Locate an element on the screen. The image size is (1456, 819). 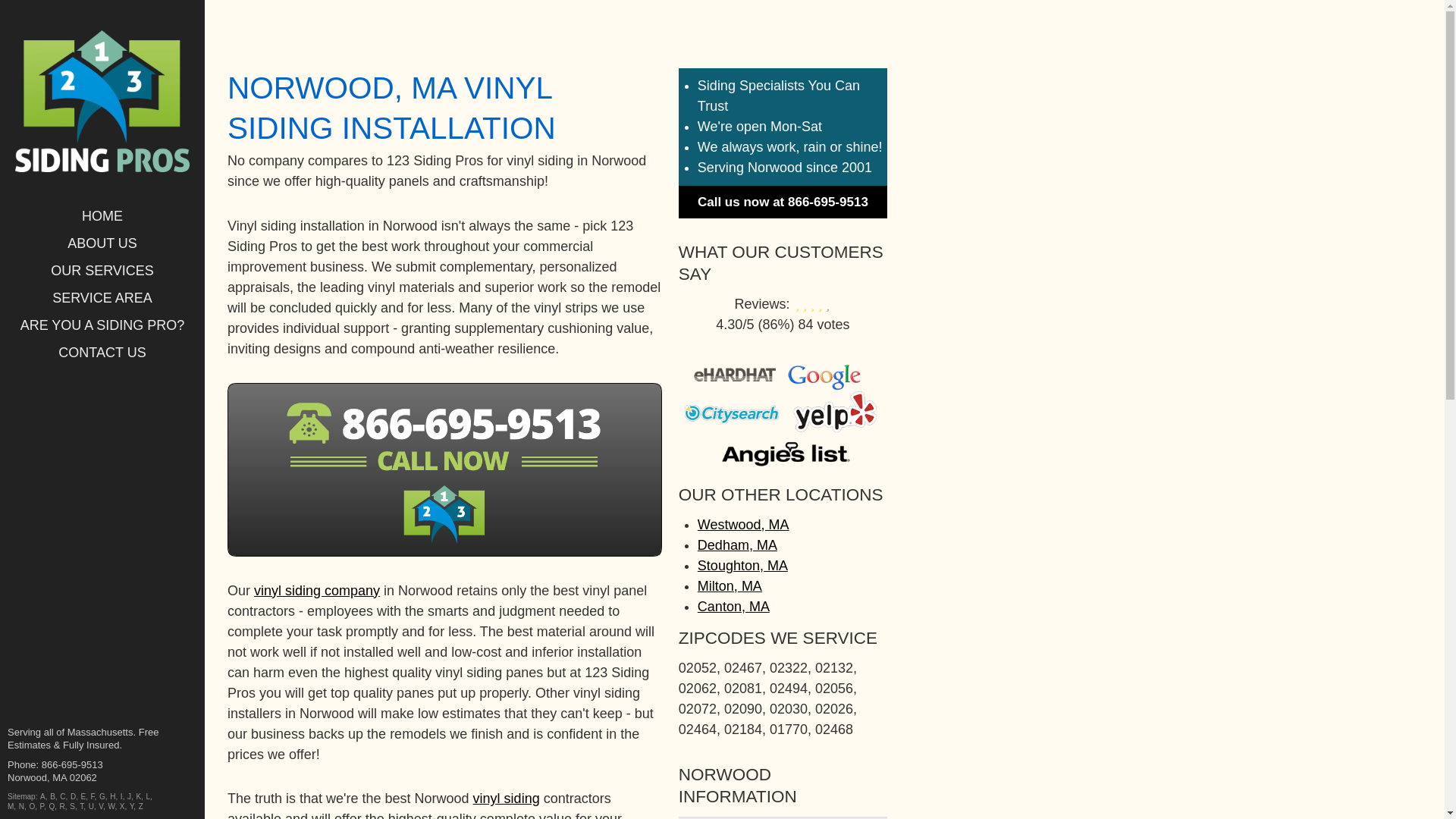
'vinyl siding' is located at coordinates (506, 798).